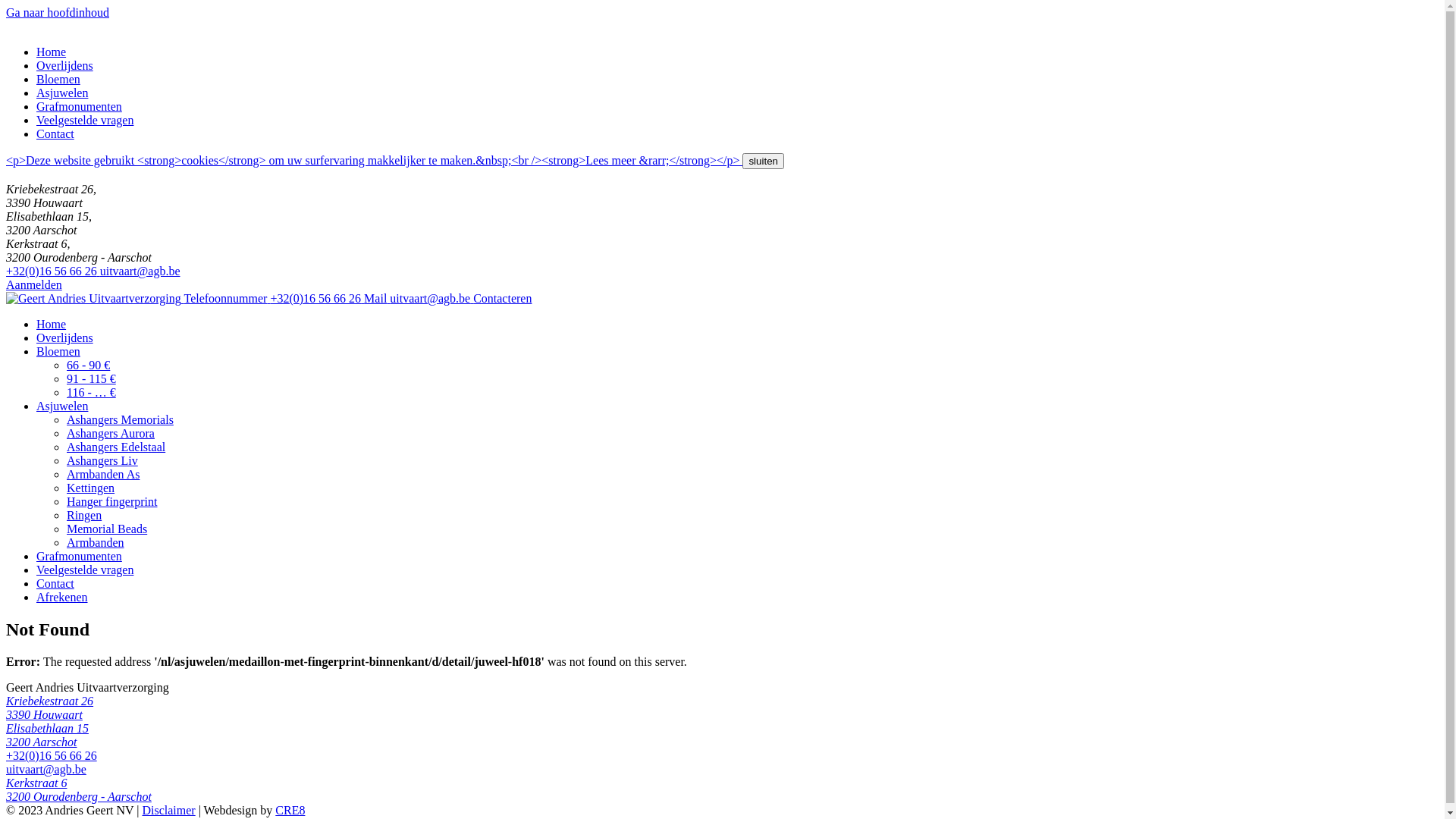 The image size is (1456, 819). I want to click on 'Hanger fingerprint', so click(111, 501).